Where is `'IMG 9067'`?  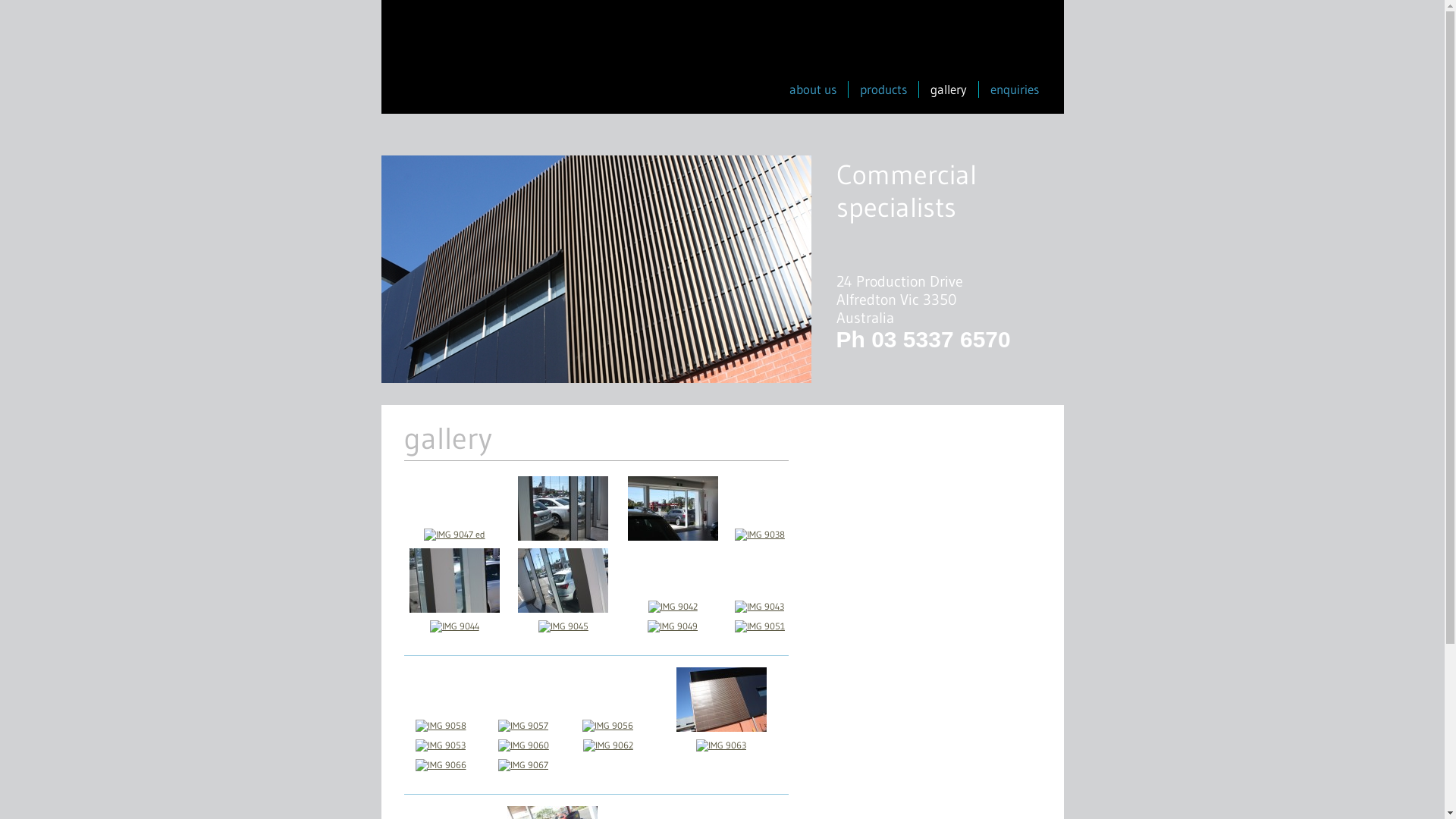 'IMG 9067' is located at coordinates (523, 765).